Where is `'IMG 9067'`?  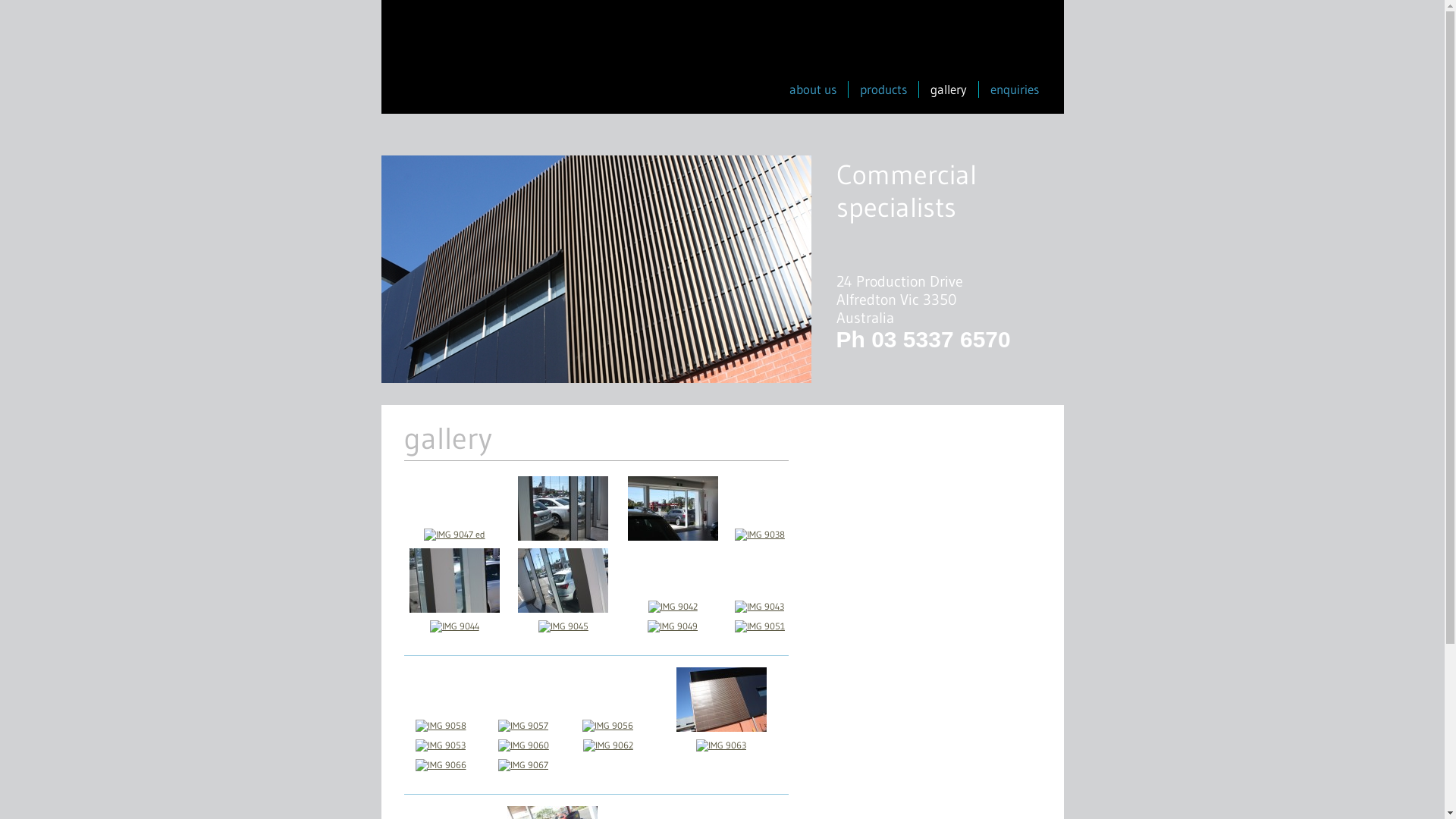 'IMG 9067' is located at coordinates (523, 765).